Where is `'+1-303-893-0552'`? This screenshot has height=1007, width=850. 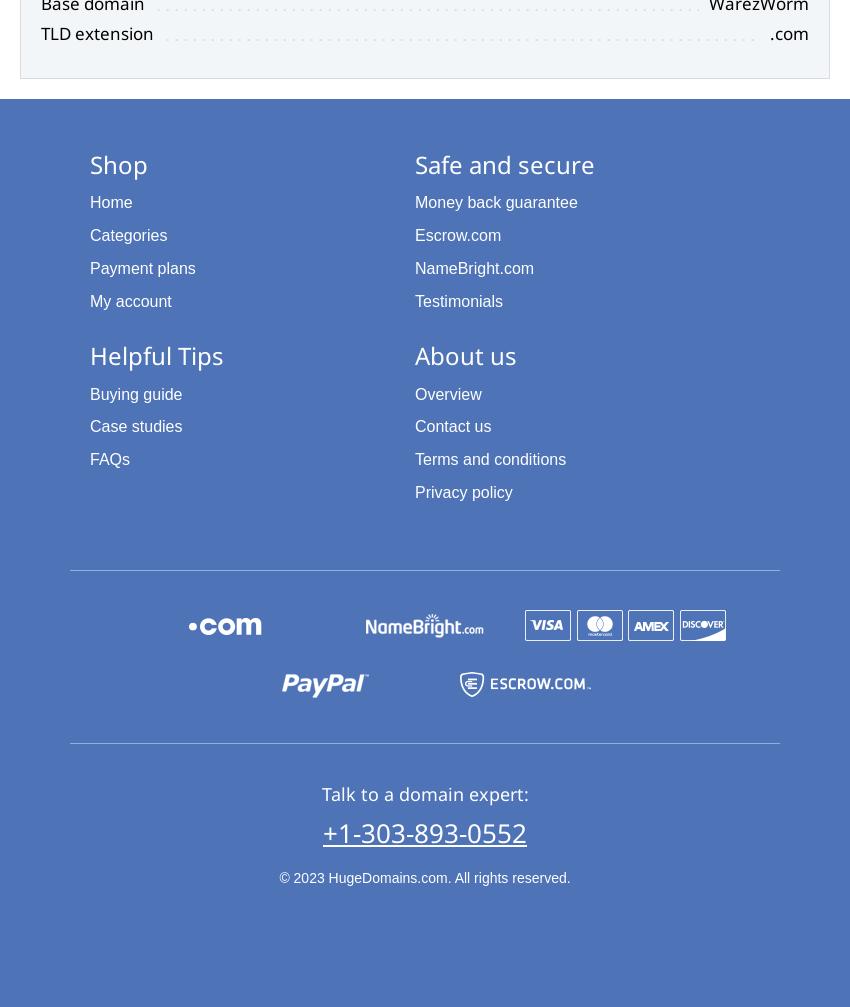
'+1-303-893-0552' is located at coordinates (425, 830).